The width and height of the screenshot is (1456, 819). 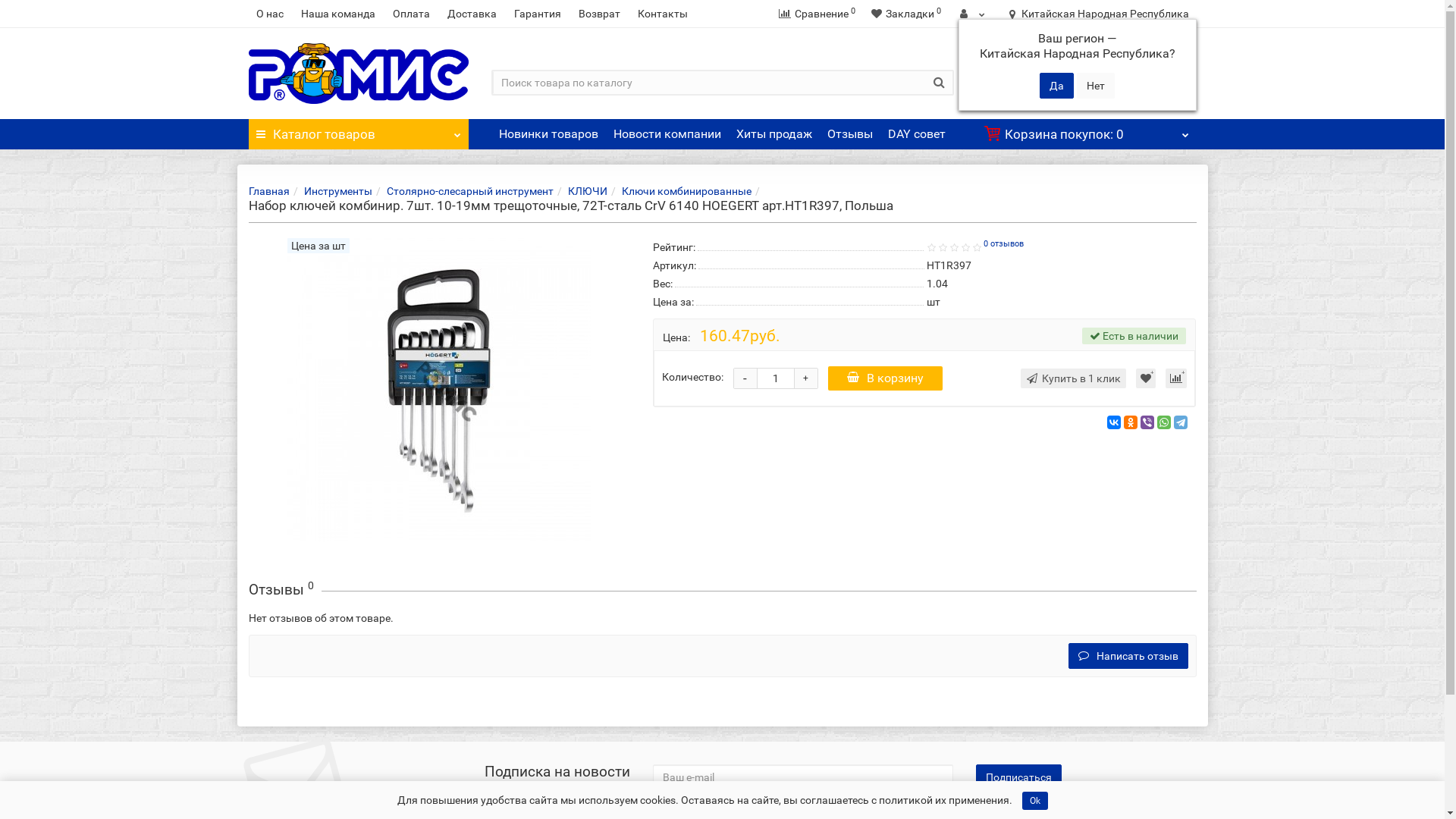 I want to click on 'WhatsApp', so click(x=1163, y=422).